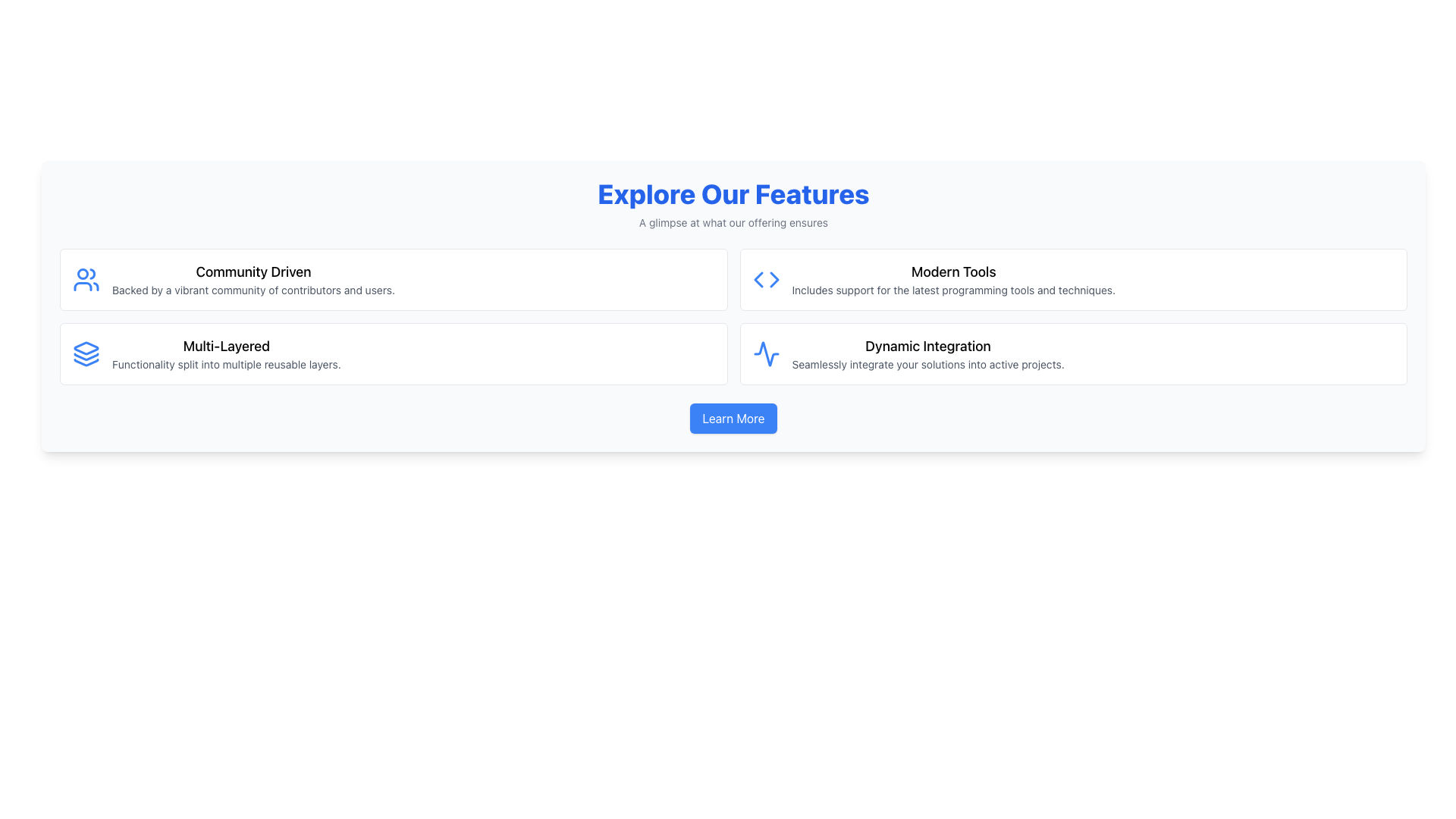  I want to click on the Text Label that reads 'Seamlessly integrate your solutions into active projects.' located below the title 'Dynamic Integration' in the lower right corner of its containing card, so click(927, 365).